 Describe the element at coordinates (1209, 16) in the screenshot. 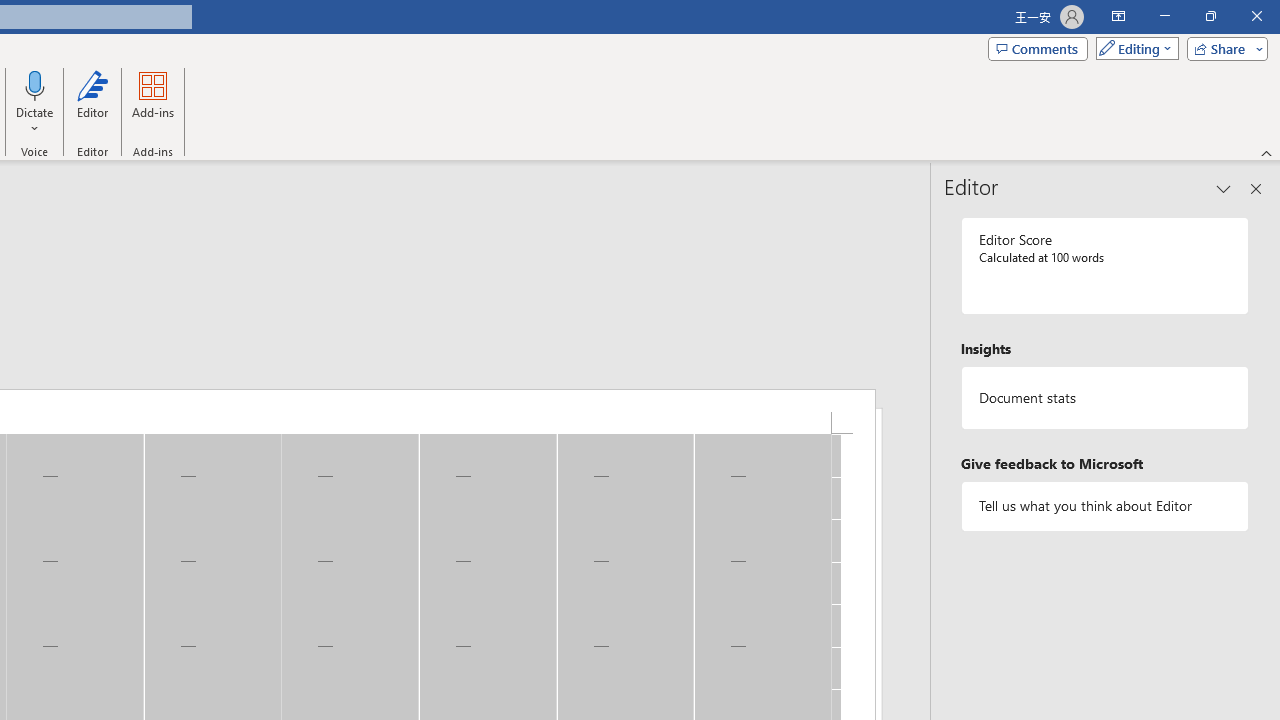

I see `'Restore Down'` at that location.